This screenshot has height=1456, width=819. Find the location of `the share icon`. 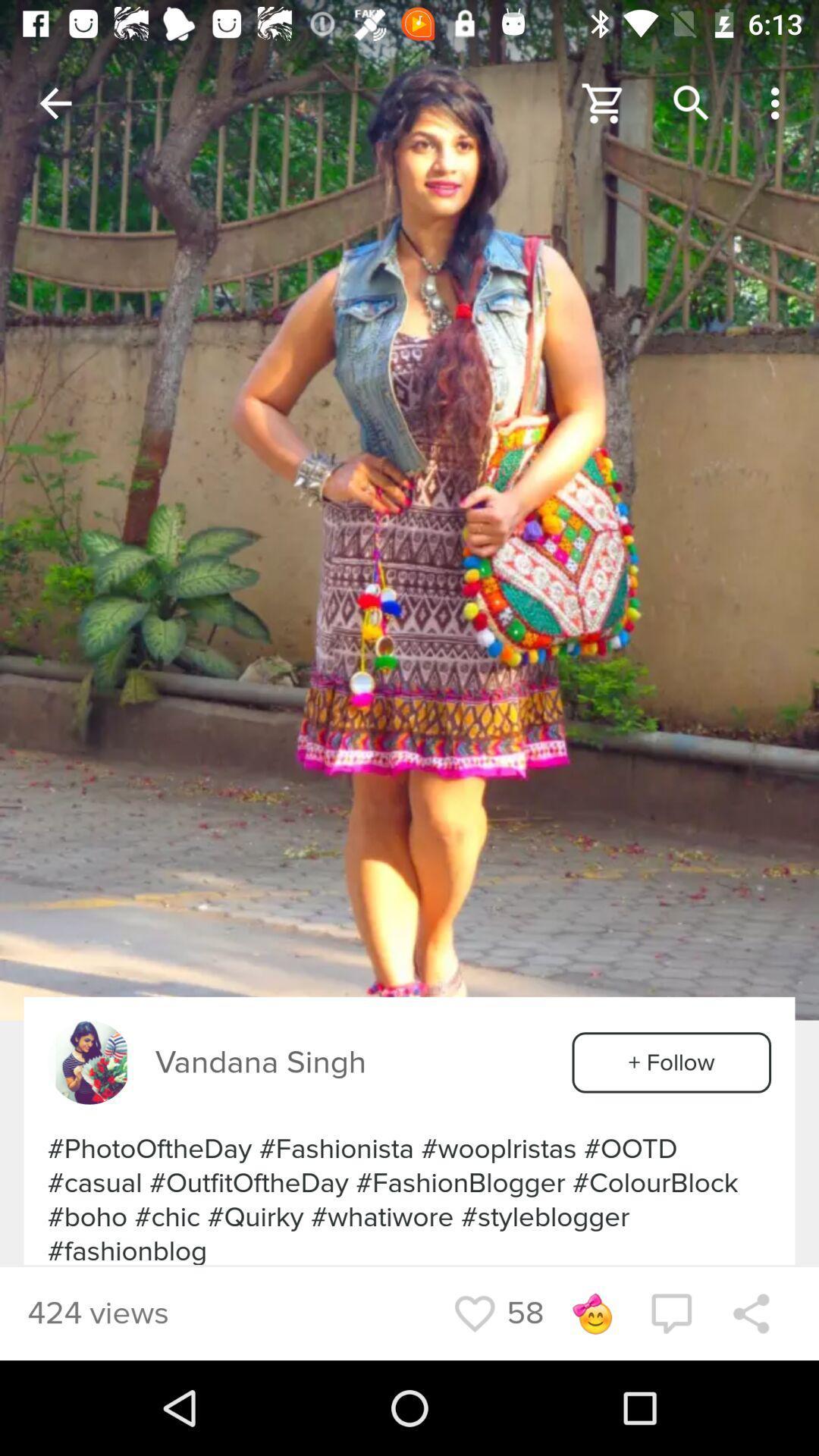

the share icon is located at coordinates (751, 1313).